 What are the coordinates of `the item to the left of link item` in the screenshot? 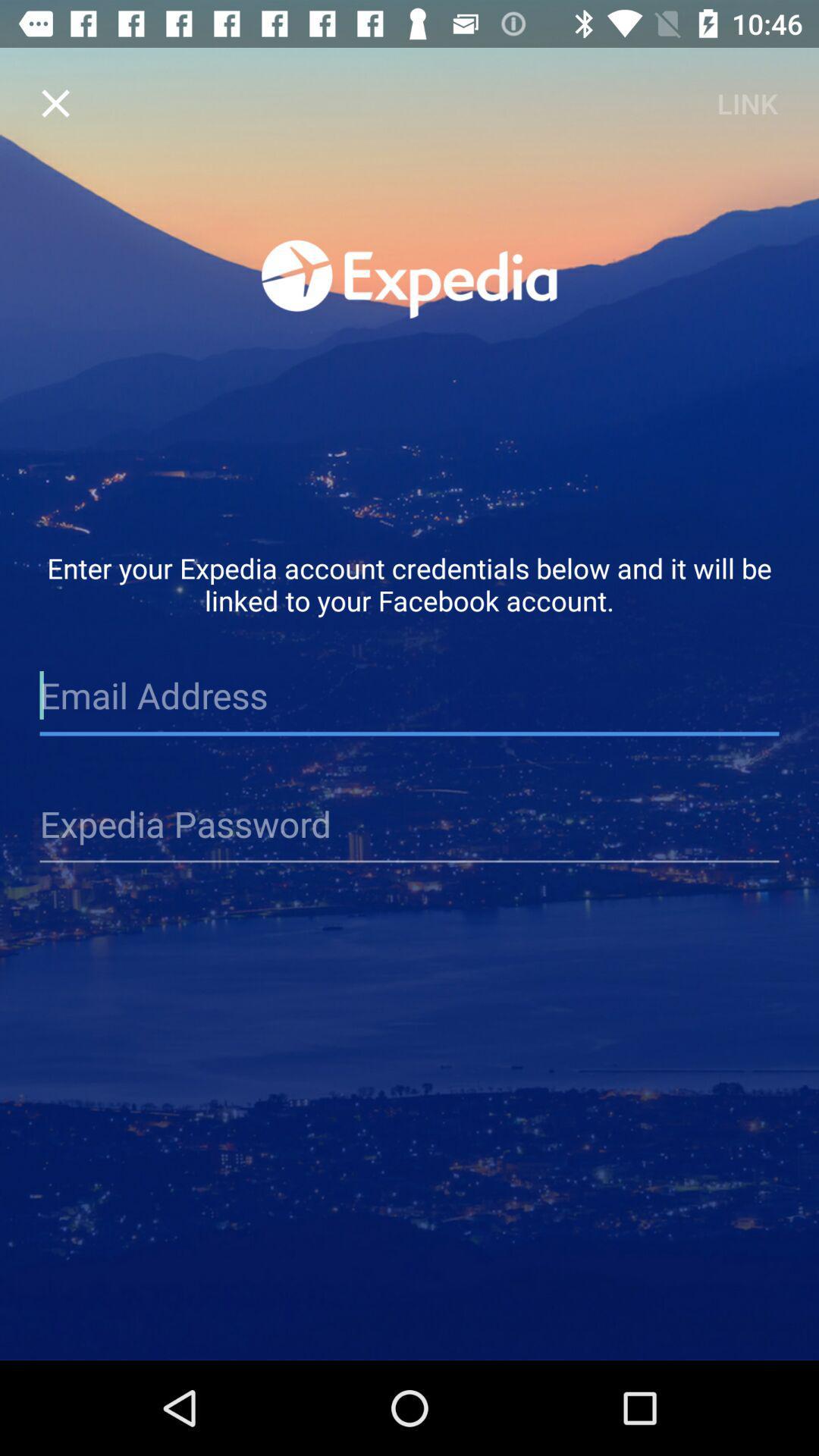 It's located at (55, 102).